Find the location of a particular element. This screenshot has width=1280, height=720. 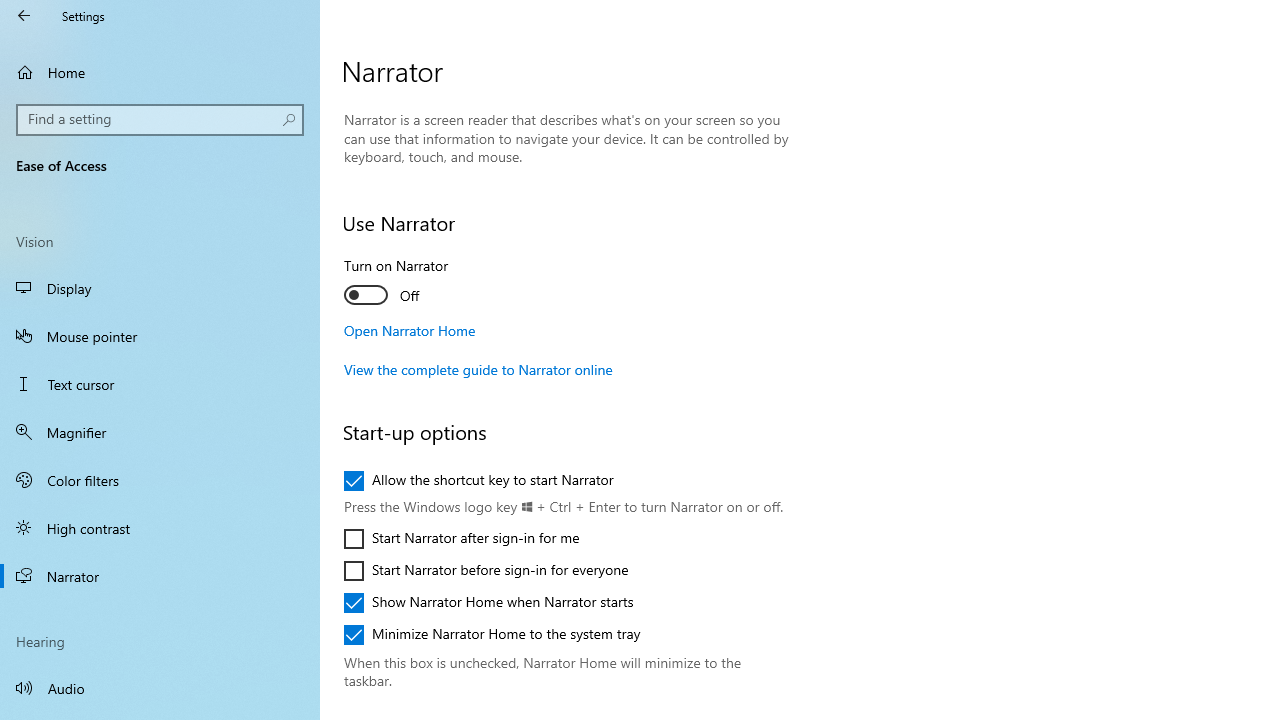

'Open Narrator Home' is located at coordinates (409, 329).